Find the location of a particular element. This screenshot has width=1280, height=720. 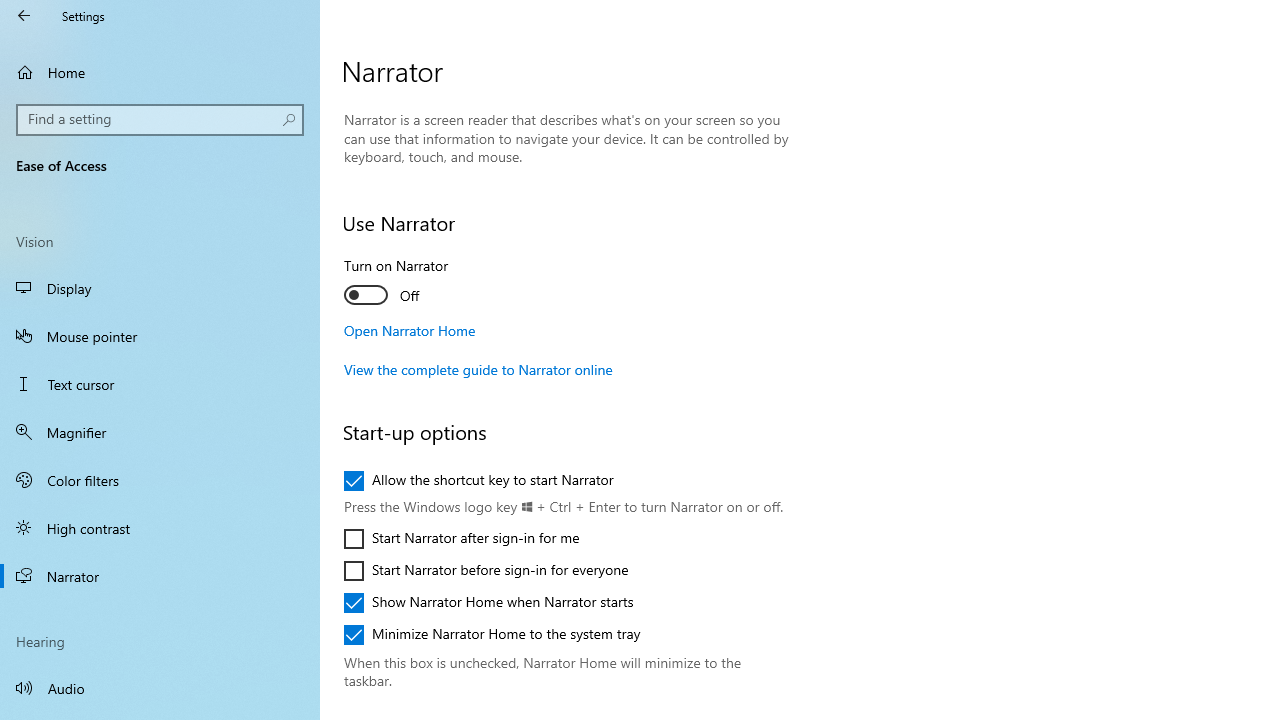

'Open Narrator Home' is located at coordinates (409, 329).